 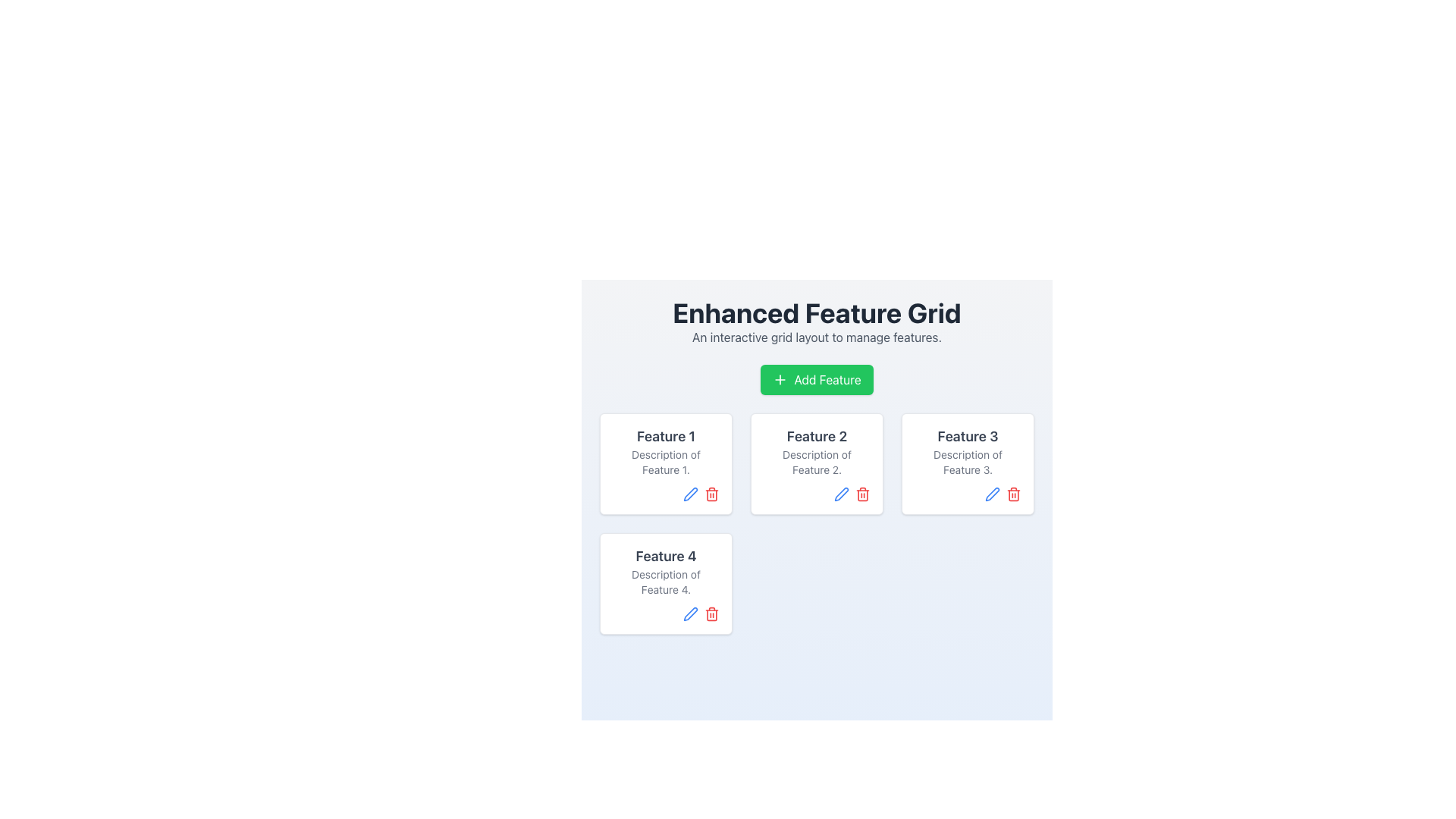 What do you see at coordinates (1014, 494) in the screenshot?
I see `the delete button icon (trash bin) located in the bottom-right corner of the 'Feature 3' card` at bounding box center [1014, 494].